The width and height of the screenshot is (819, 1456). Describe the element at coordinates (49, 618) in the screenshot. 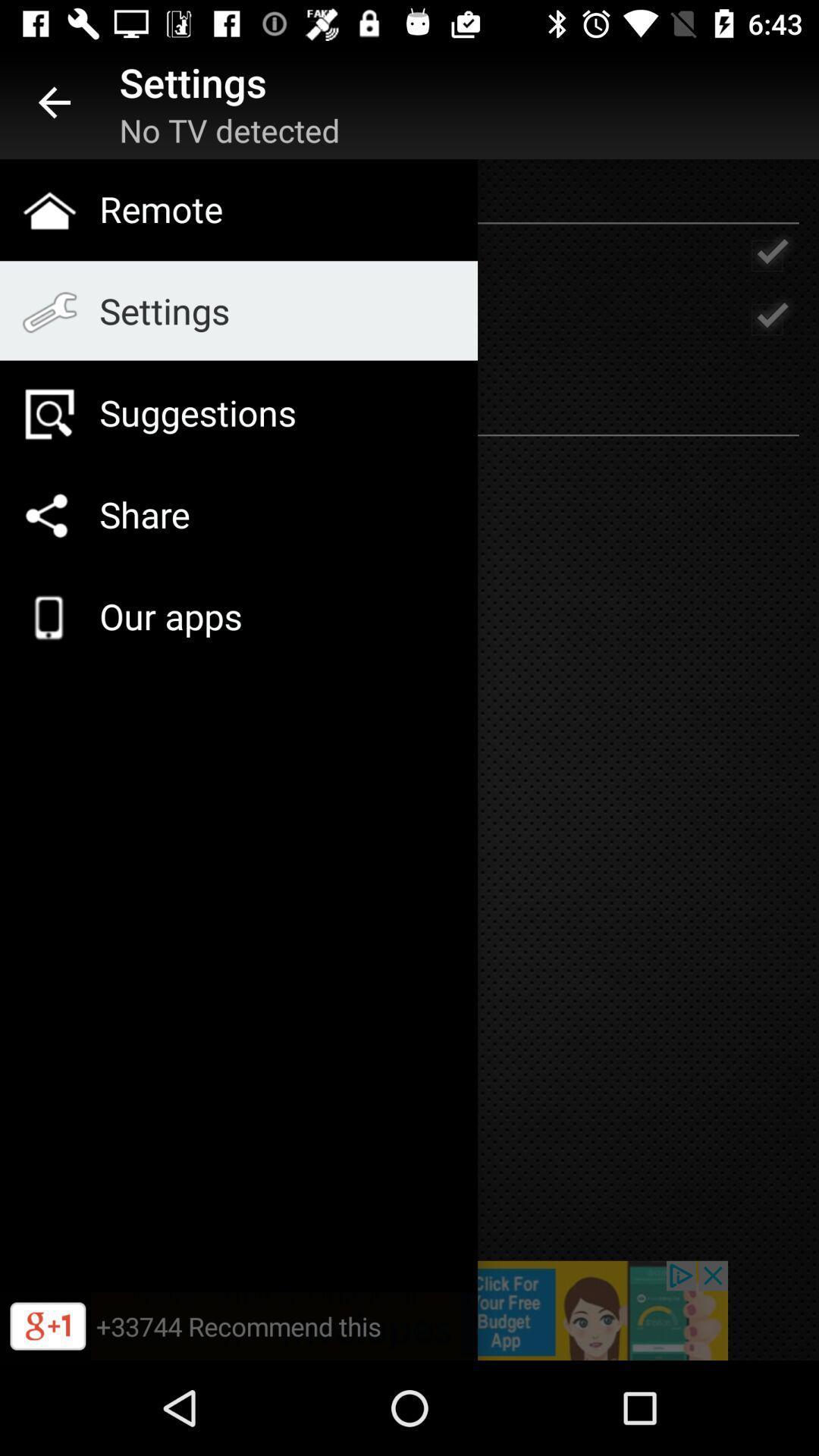

I see `the cellphone image icon to the left of our apps text` at that location.